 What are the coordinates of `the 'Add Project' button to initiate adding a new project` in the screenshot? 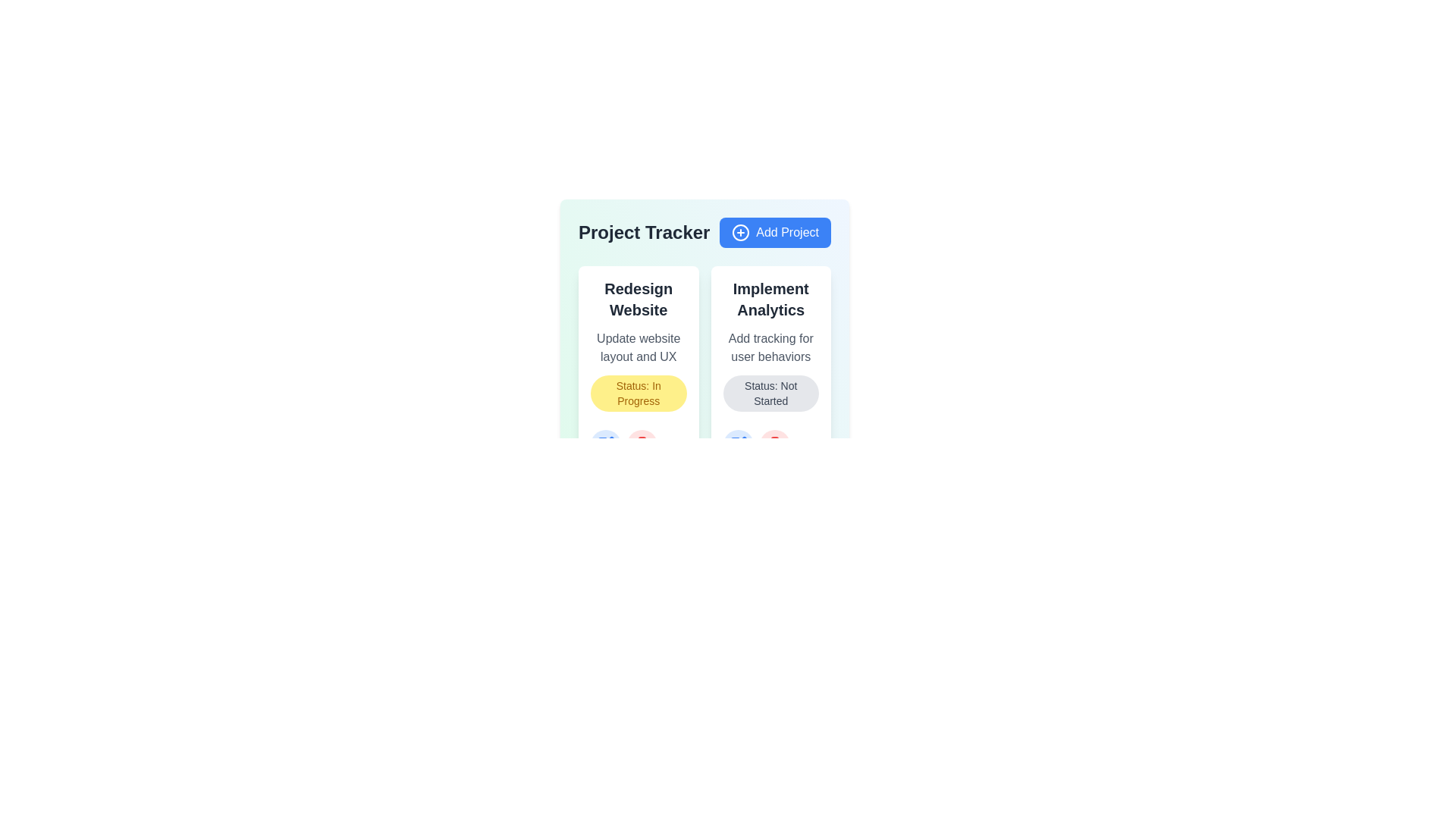 It's located at (775, 233).